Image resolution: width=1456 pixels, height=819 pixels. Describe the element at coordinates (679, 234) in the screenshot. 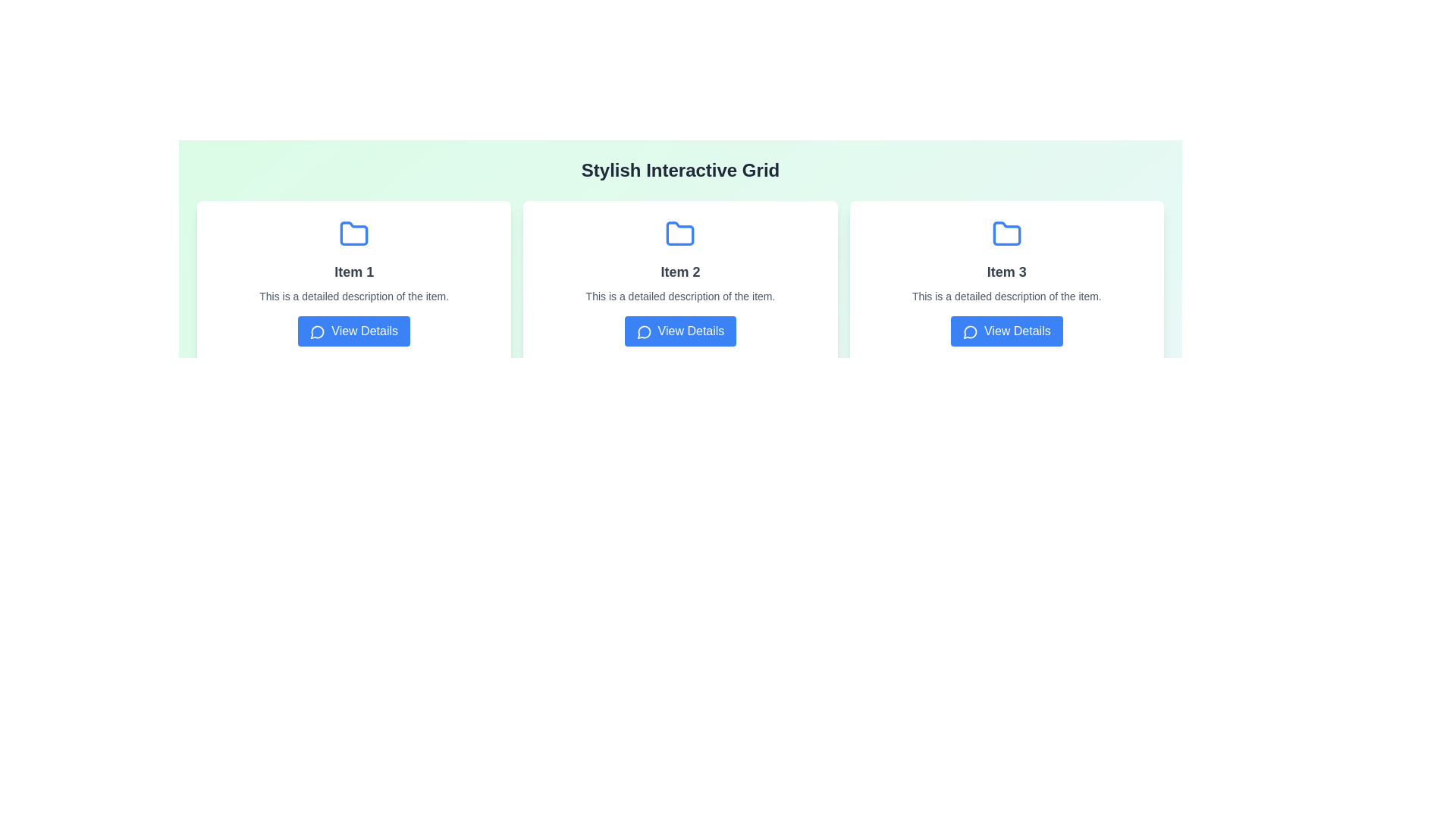

I see `the decorative Icon sub-component of the folder icon located under the header 'Item 2' in the middle section of the interface` at that location.